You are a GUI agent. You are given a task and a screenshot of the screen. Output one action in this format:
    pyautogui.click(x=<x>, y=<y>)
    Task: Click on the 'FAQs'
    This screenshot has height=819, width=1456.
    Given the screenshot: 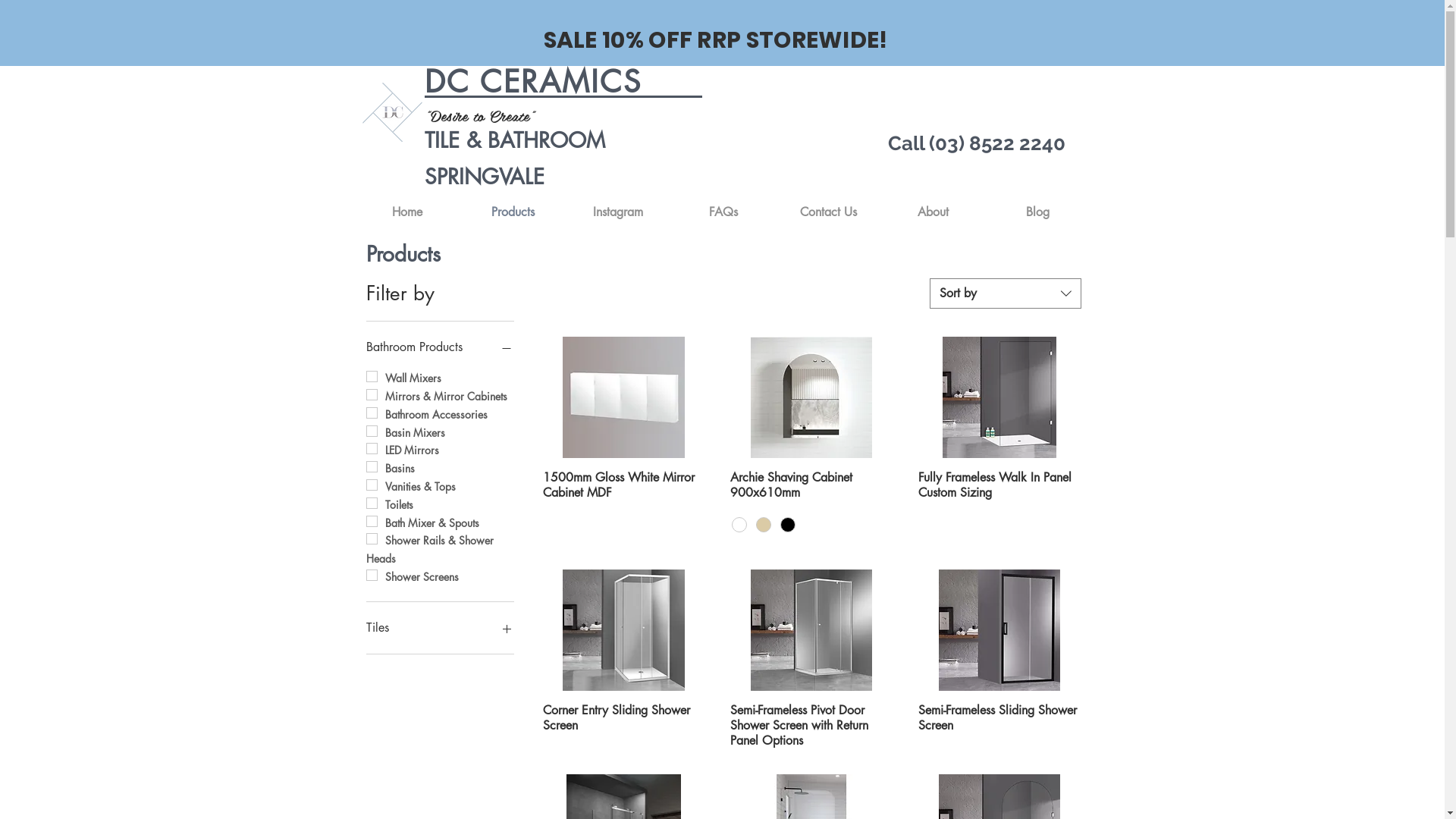 What is the action you would take?
    pyautogui.click(x=669, y=212)
    